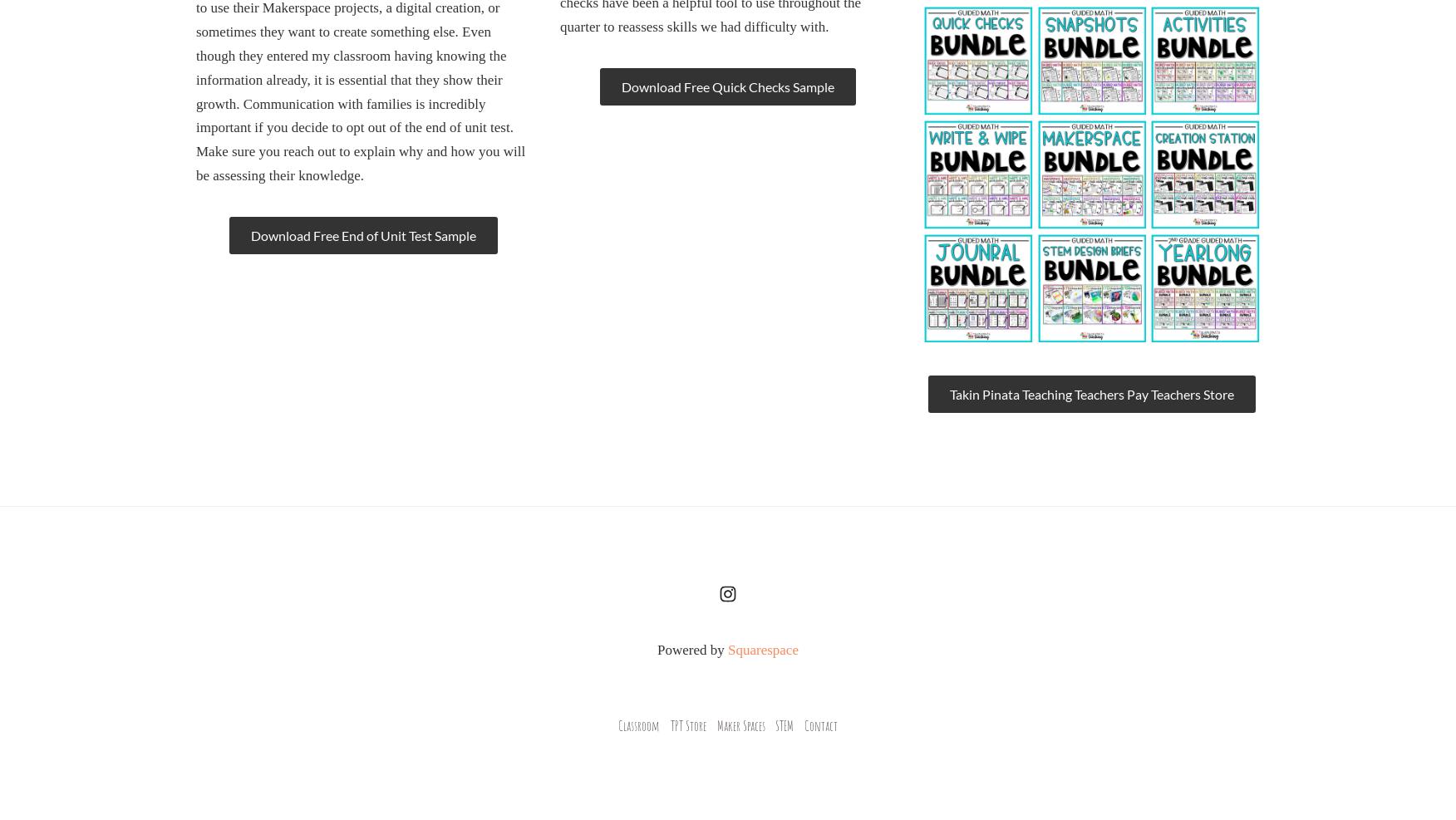 This screenshot has height=820, width=1456. What do you see at coordinates (362, 234) in the screenshot?
I see `'Download Free End of Unit Test Sample'` at bounding box center [362, 234].